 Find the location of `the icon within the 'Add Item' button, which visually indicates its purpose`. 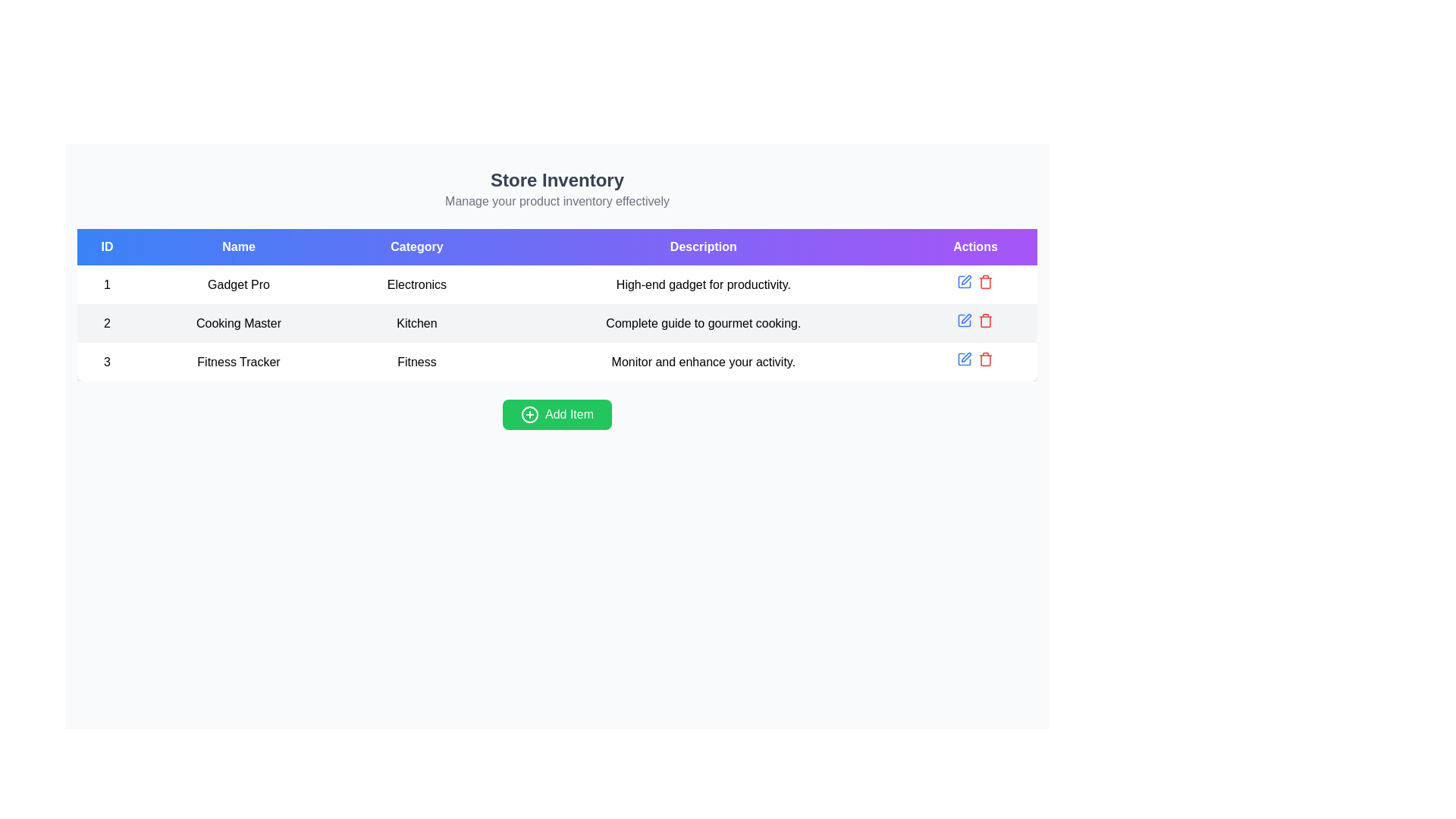

the icon within the 'Add Item' button, which visually indicates its purpose is located at coordinates (530, 415).